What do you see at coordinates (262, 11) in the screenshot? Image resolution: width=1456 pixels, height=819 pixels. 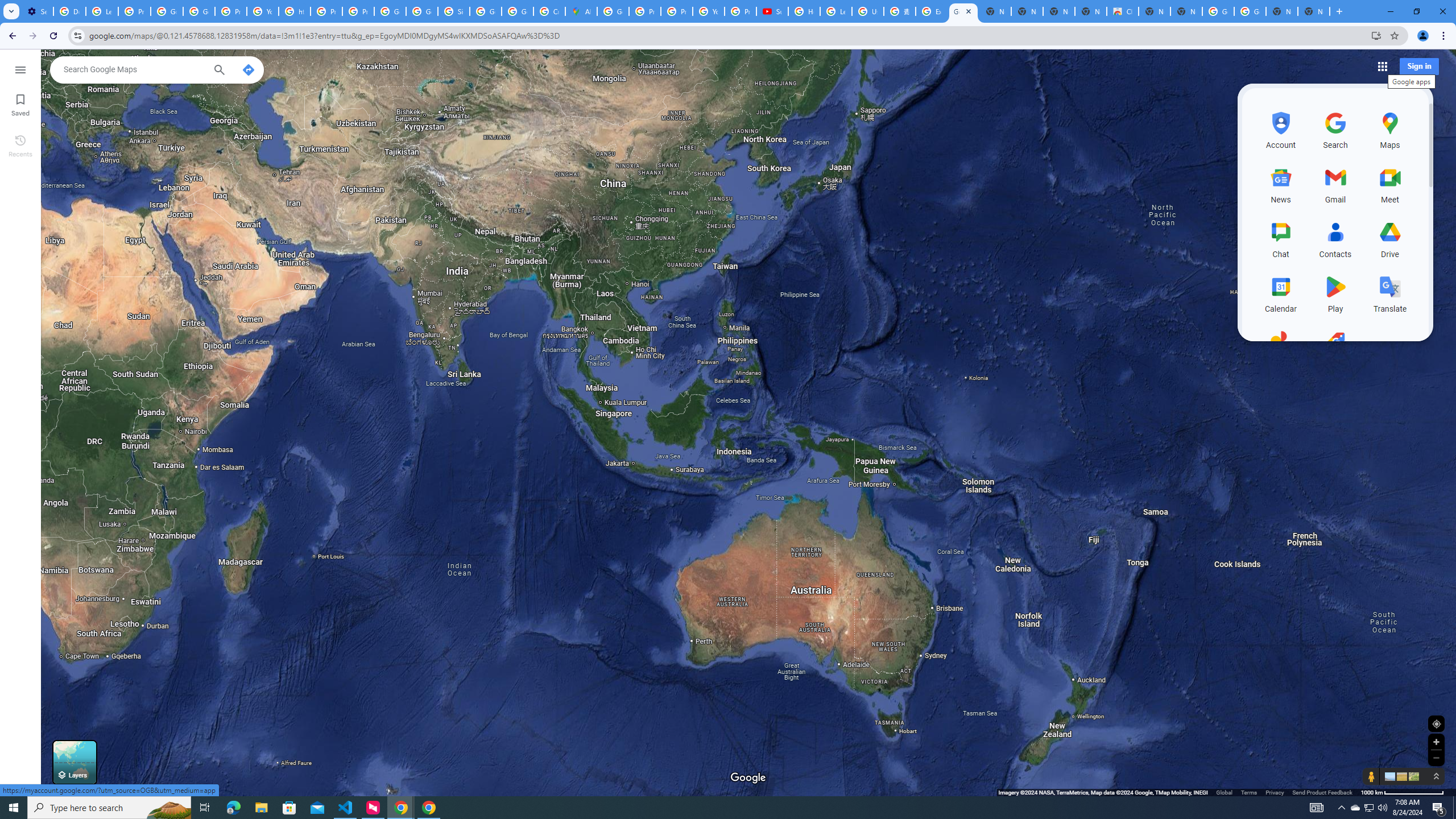 I see `'YouTube'` at bounding box center [262, 11].